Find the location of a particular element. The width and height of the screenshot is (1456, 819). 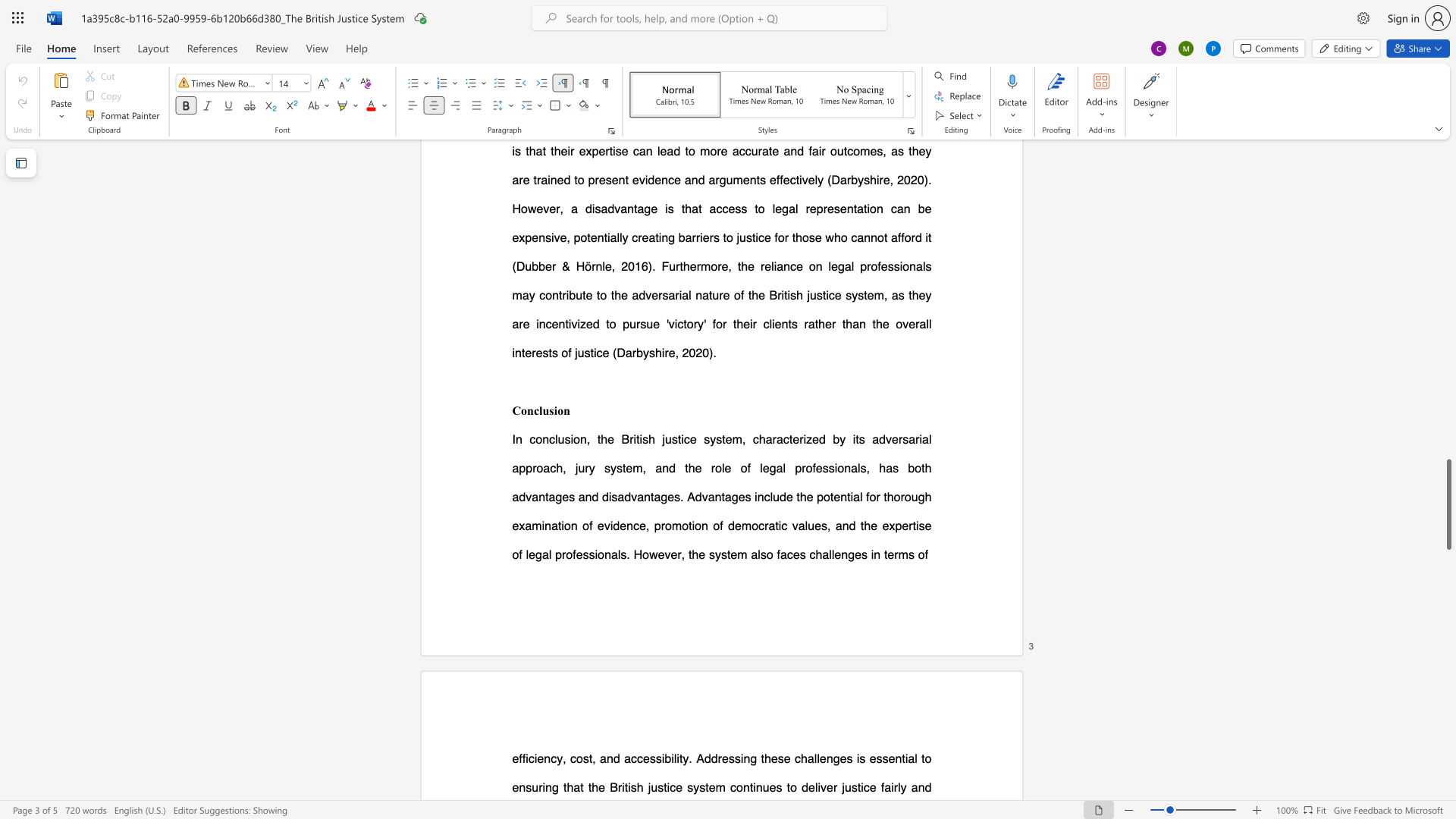

the scrollbar on the side is located at coordinates (1448, 271).